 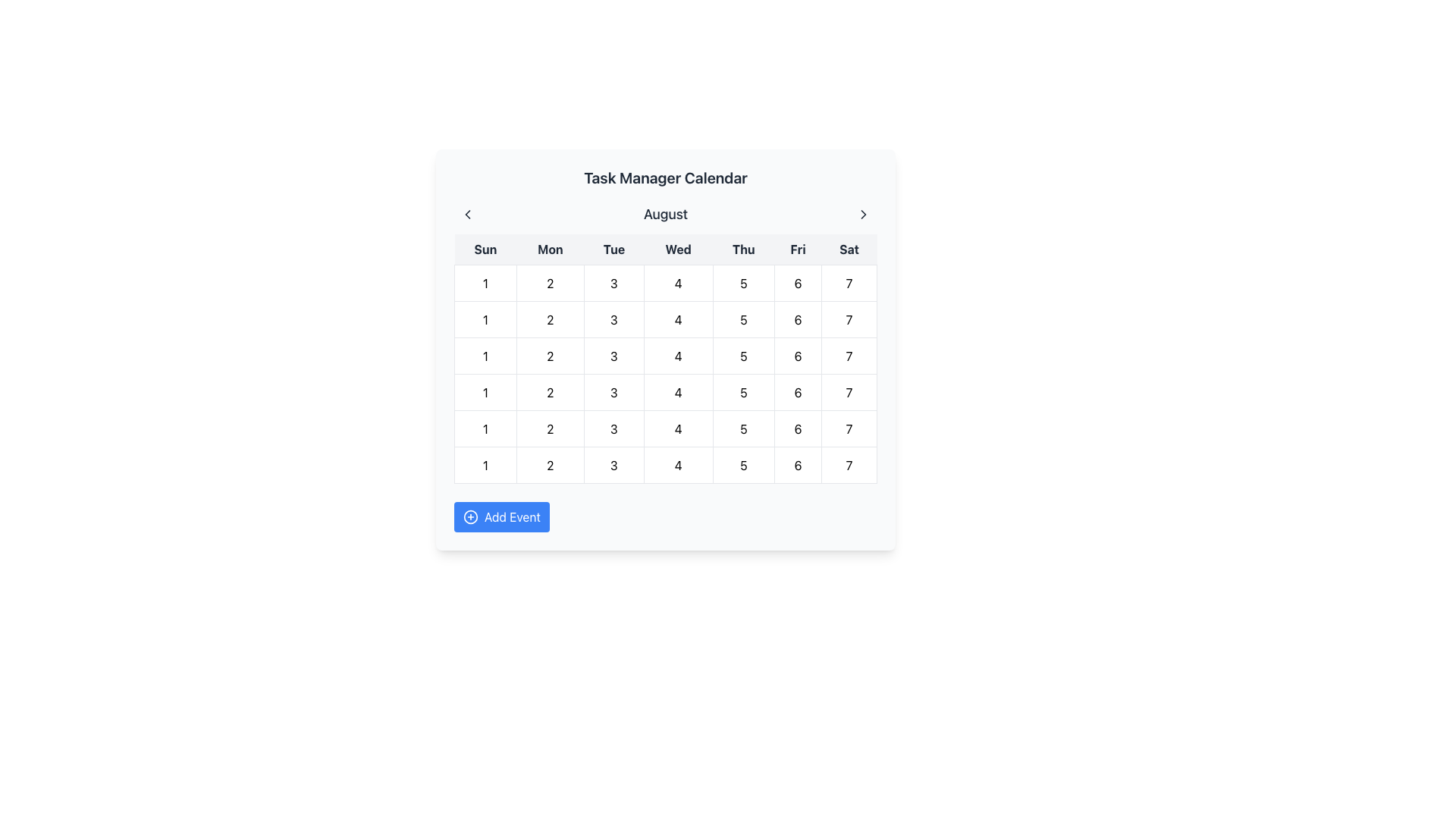 I want to click on the text element representing the calendar date in the third column of the second row (Tuesday) to observe the hover effect, so click(x=613, y=464).